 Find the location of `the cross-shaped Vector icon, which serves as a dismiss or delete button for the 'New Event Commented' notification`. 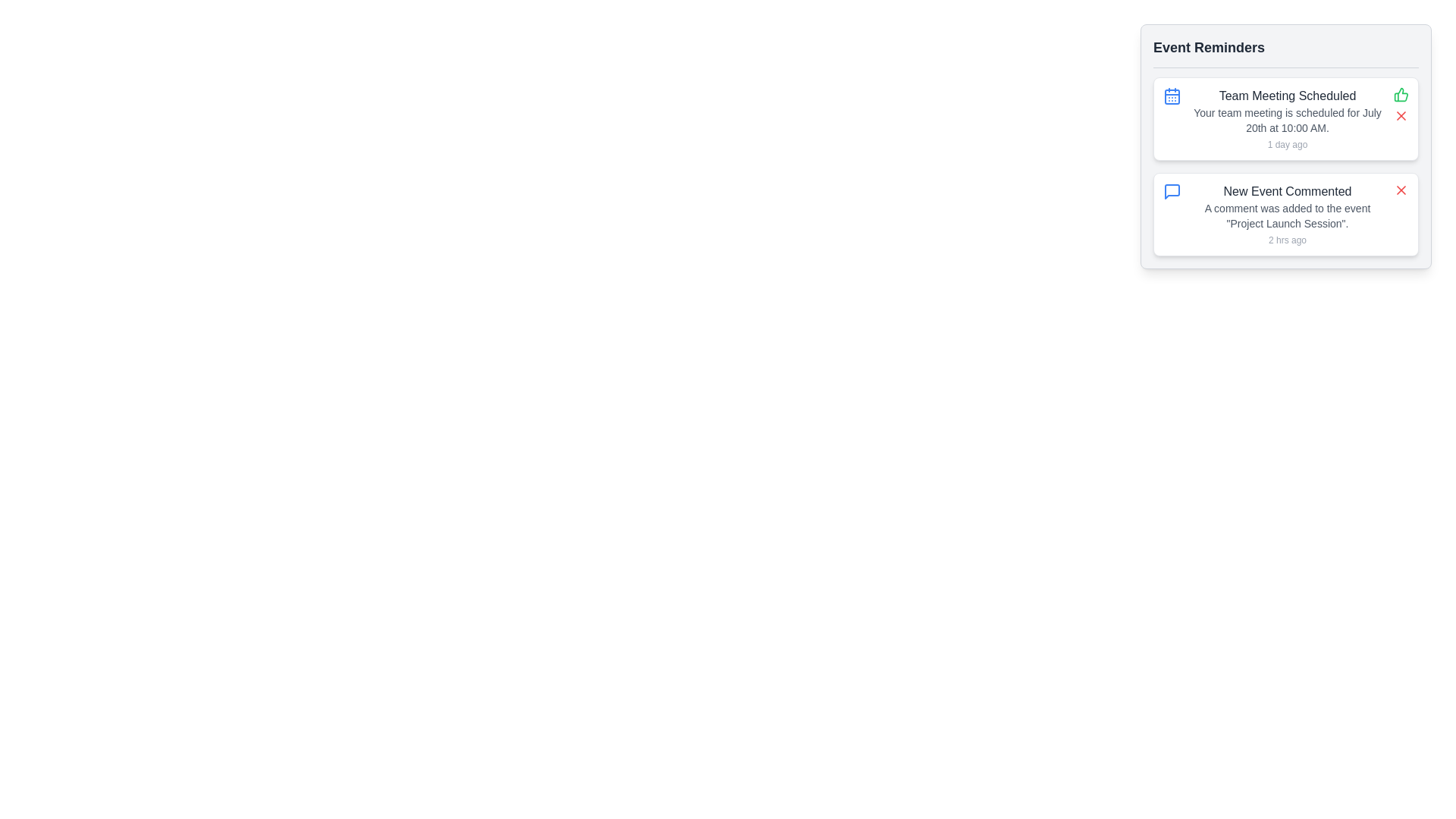

the cross-shaped Vector icon, which serves as a dismiss or delete button for the 'New Event Commented' notification is located at coordinates (1401, 189).